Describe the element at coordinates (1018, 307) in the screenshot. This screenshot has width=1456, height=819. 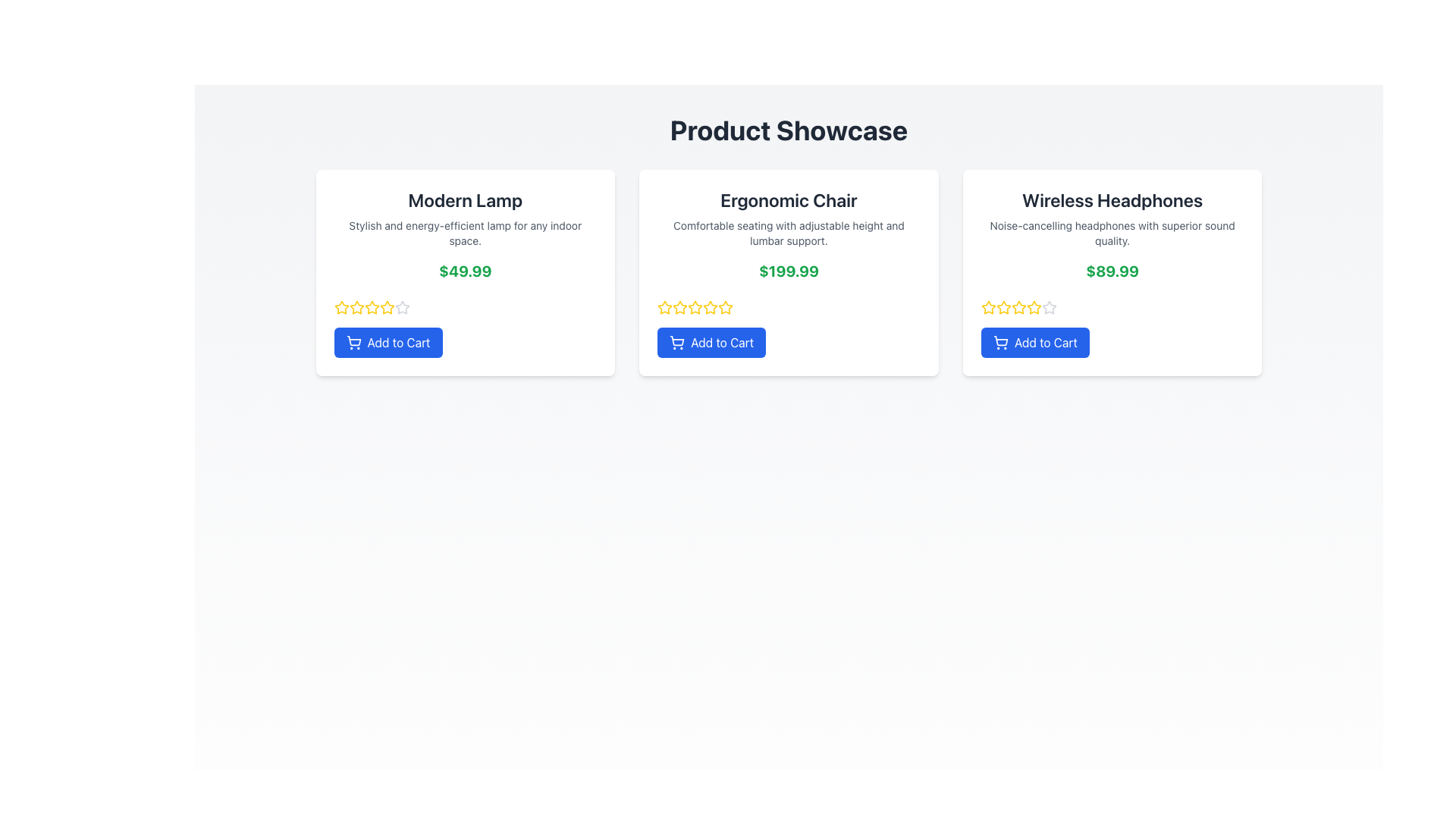
I see `the fourth star icon from the left in the rating system under the 'Wireless Headphones' product` at that location.